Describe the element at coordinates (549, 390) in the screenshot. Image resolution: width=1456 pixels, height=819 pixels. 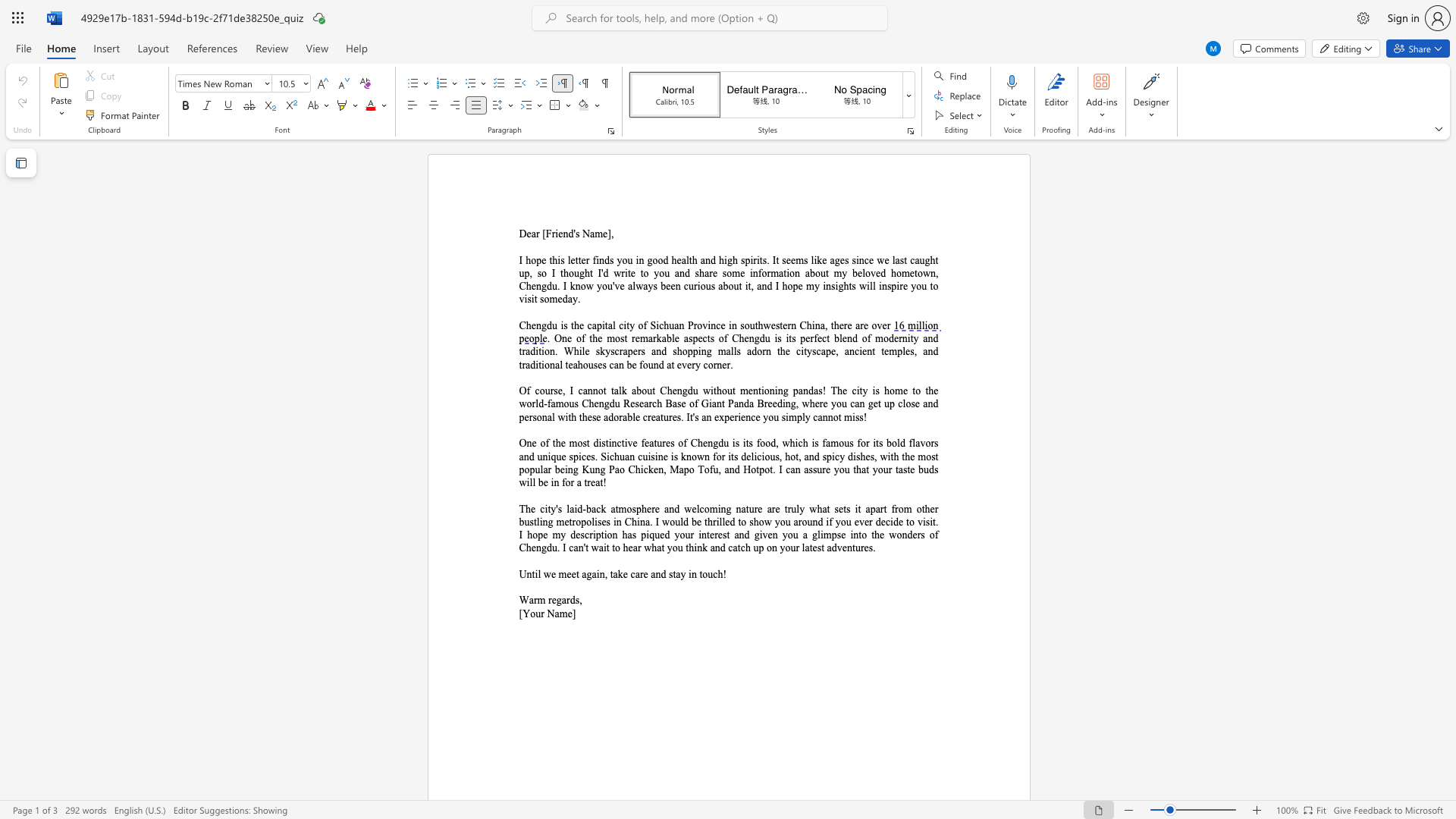
I see `the subset text "rse, I c" within the text "Of course, I cannot talk about Chengdu without mentioning pandas! The city is home to the world-famous Chengdu Research Base of Giant Panda Breeding, where you can get up close and personal with these adorable creatures."` at that location.